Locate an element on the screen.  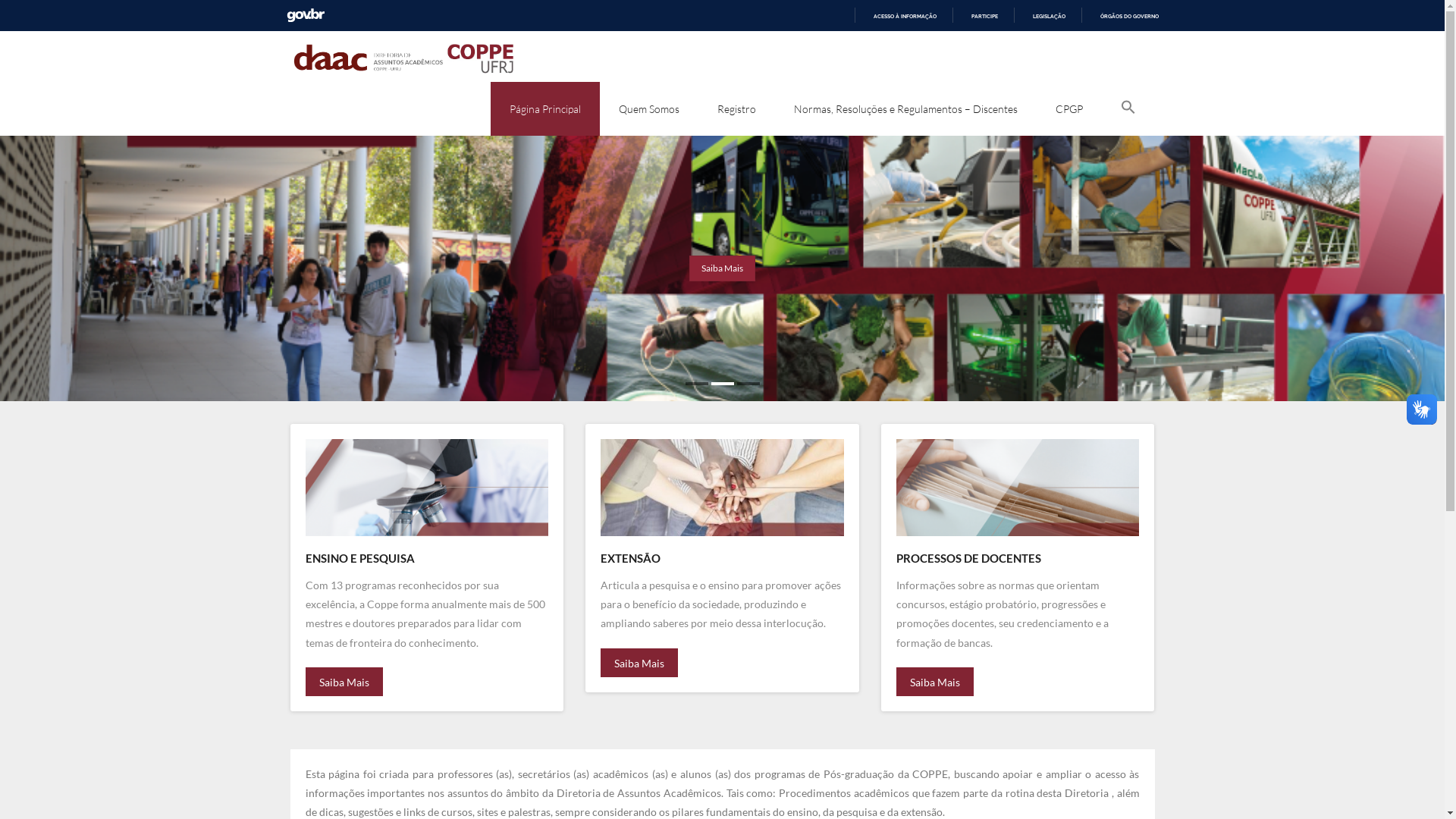
'Registro' is located at coordinates (697, 108).